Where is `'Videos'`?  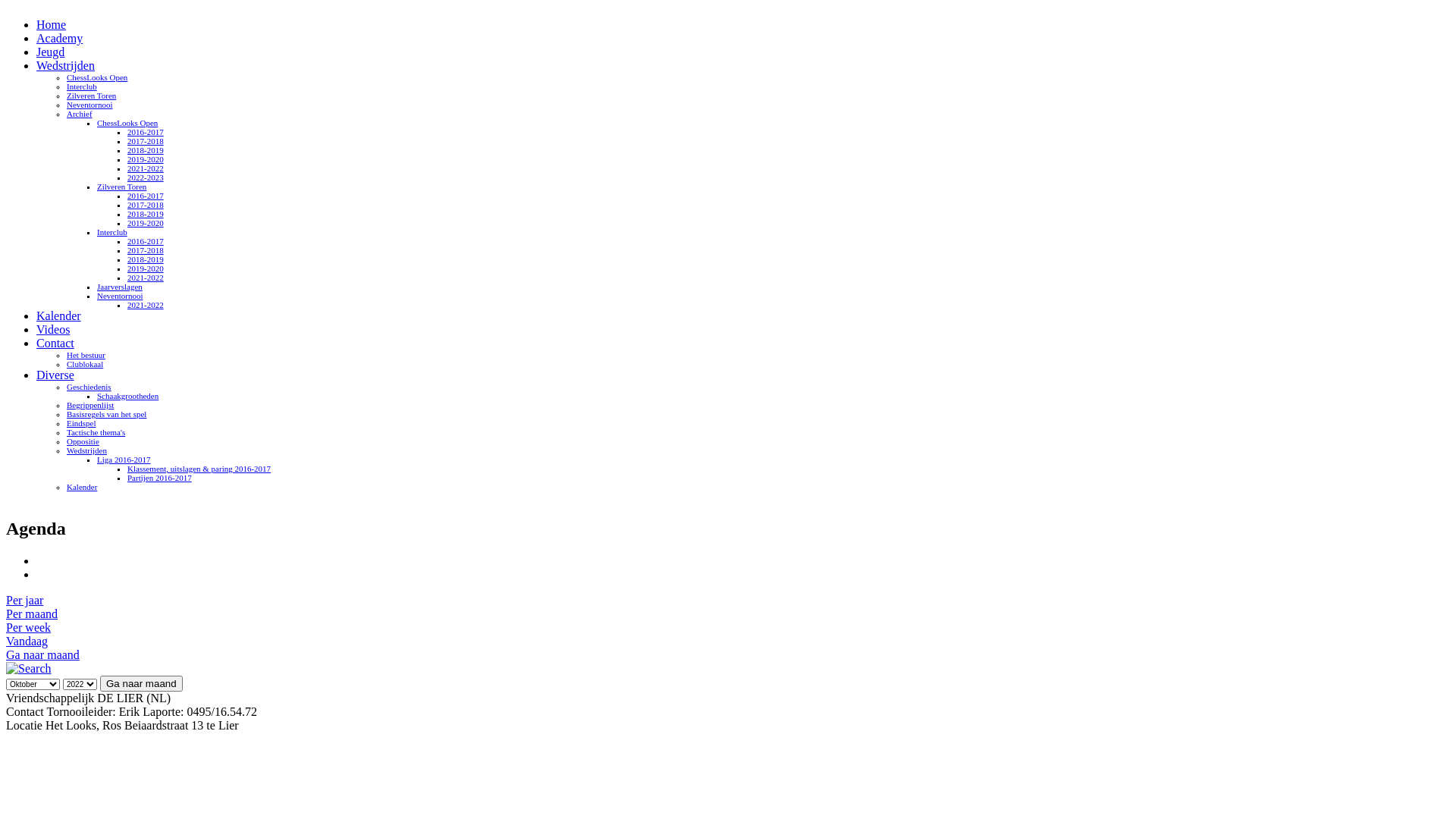 'Videos' is located at coordinates (53, 328).